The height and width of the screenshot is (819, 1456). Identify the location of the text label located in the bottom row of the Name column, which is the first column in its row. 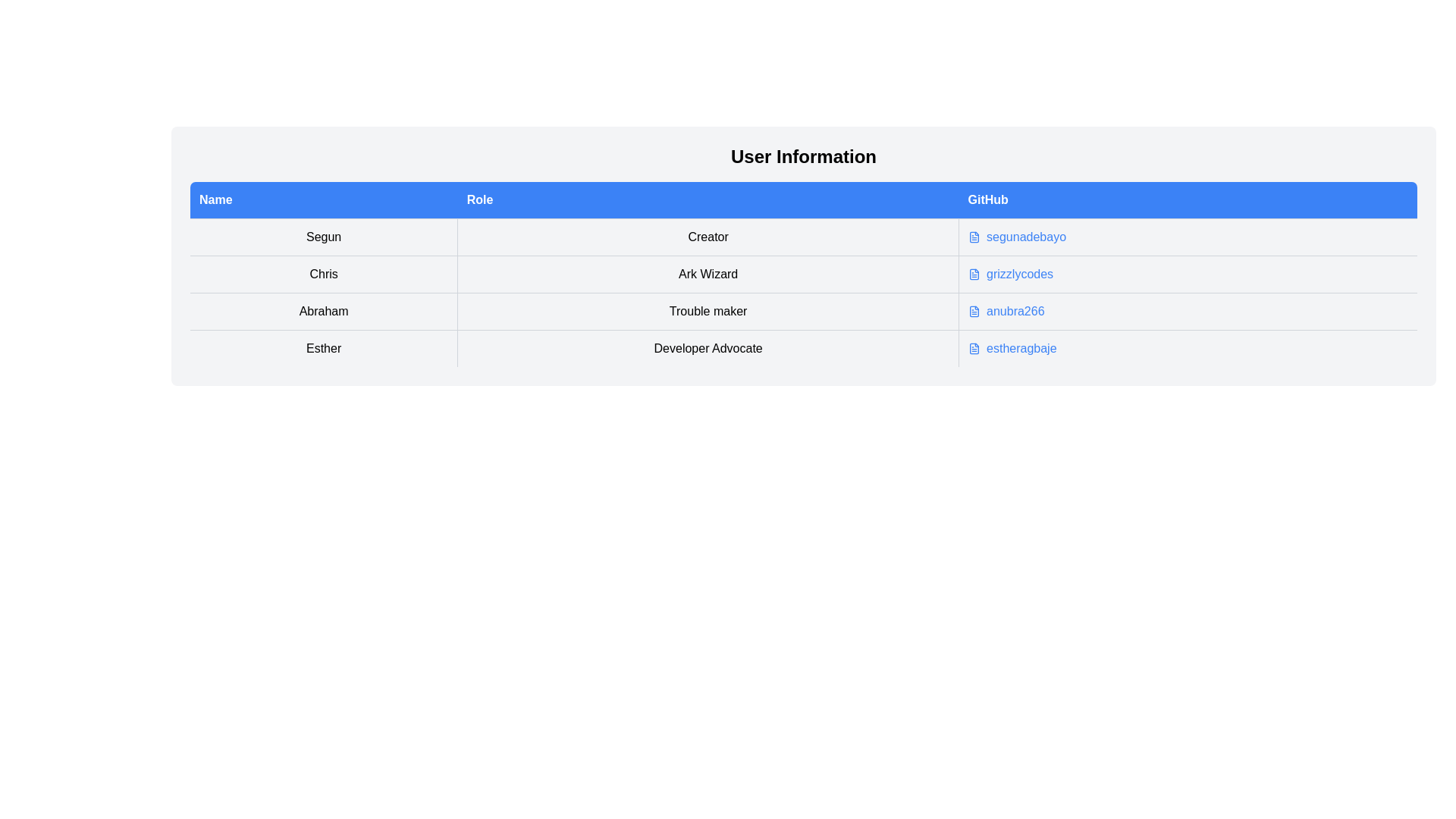
(323, 348).